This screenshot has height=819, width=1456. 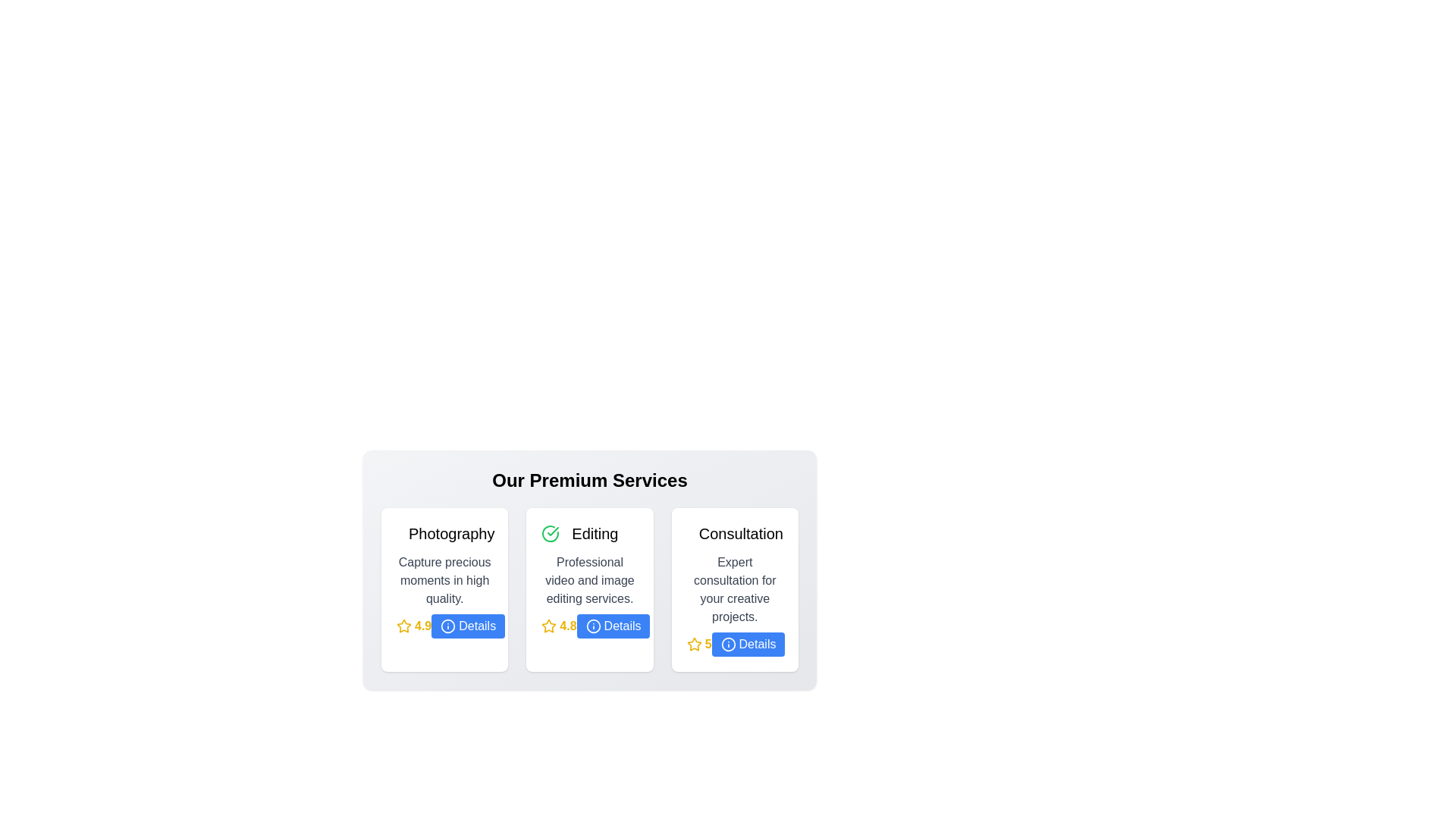 What do you see at coordinates (414, 626) in the screenshot?
I see `the star rating for a service to 2 stars` at bounding box center [414, 626].